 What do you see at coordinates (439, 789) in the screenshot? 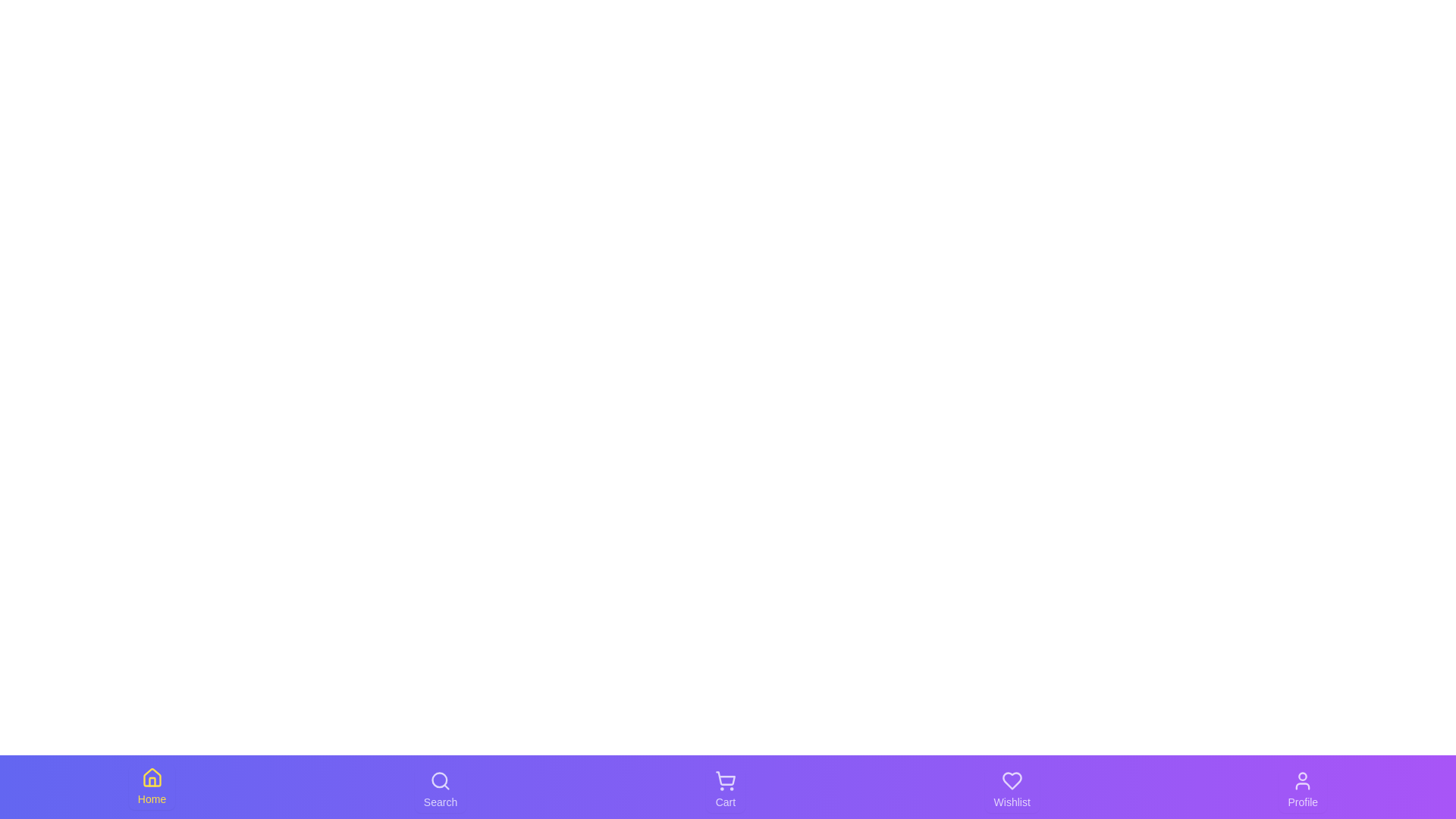
I see `the Search tab to observe its visual feedback` at bounding box center [439, 789].